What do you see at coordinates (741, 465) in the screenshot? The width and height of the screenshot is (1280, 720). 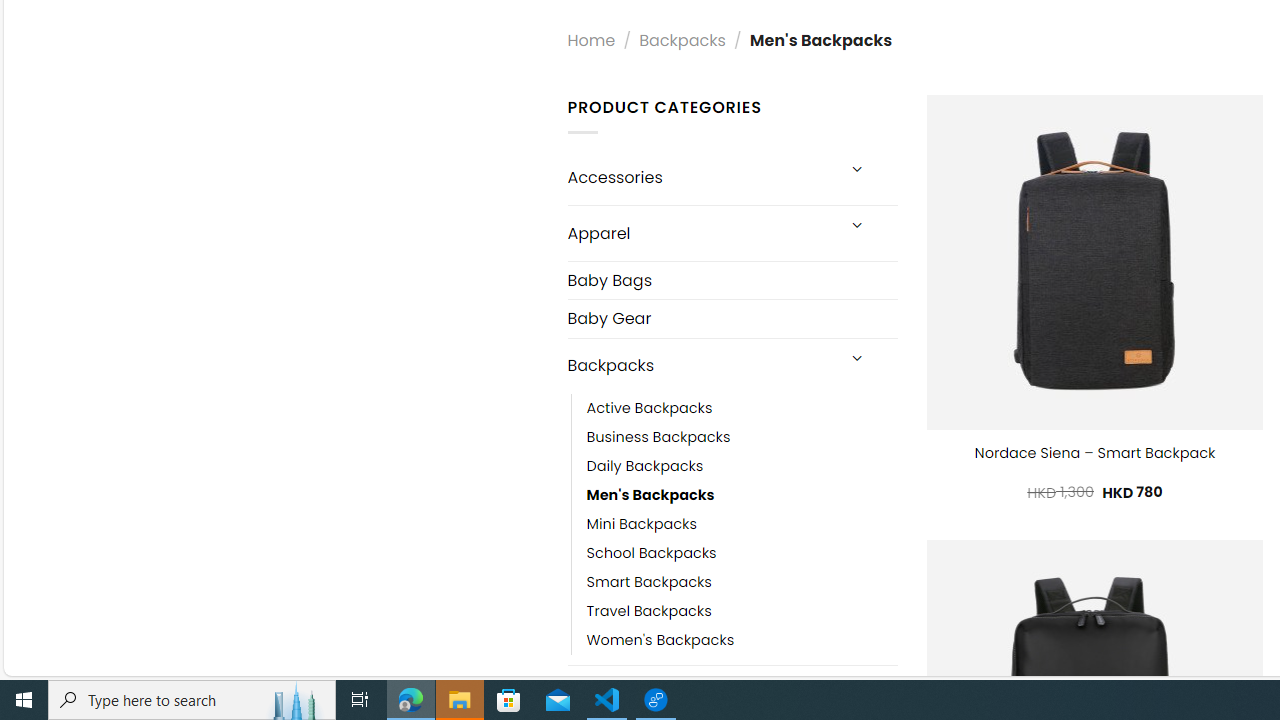 I see `'Daily Backpacks'` at bounding box center [741, 465].